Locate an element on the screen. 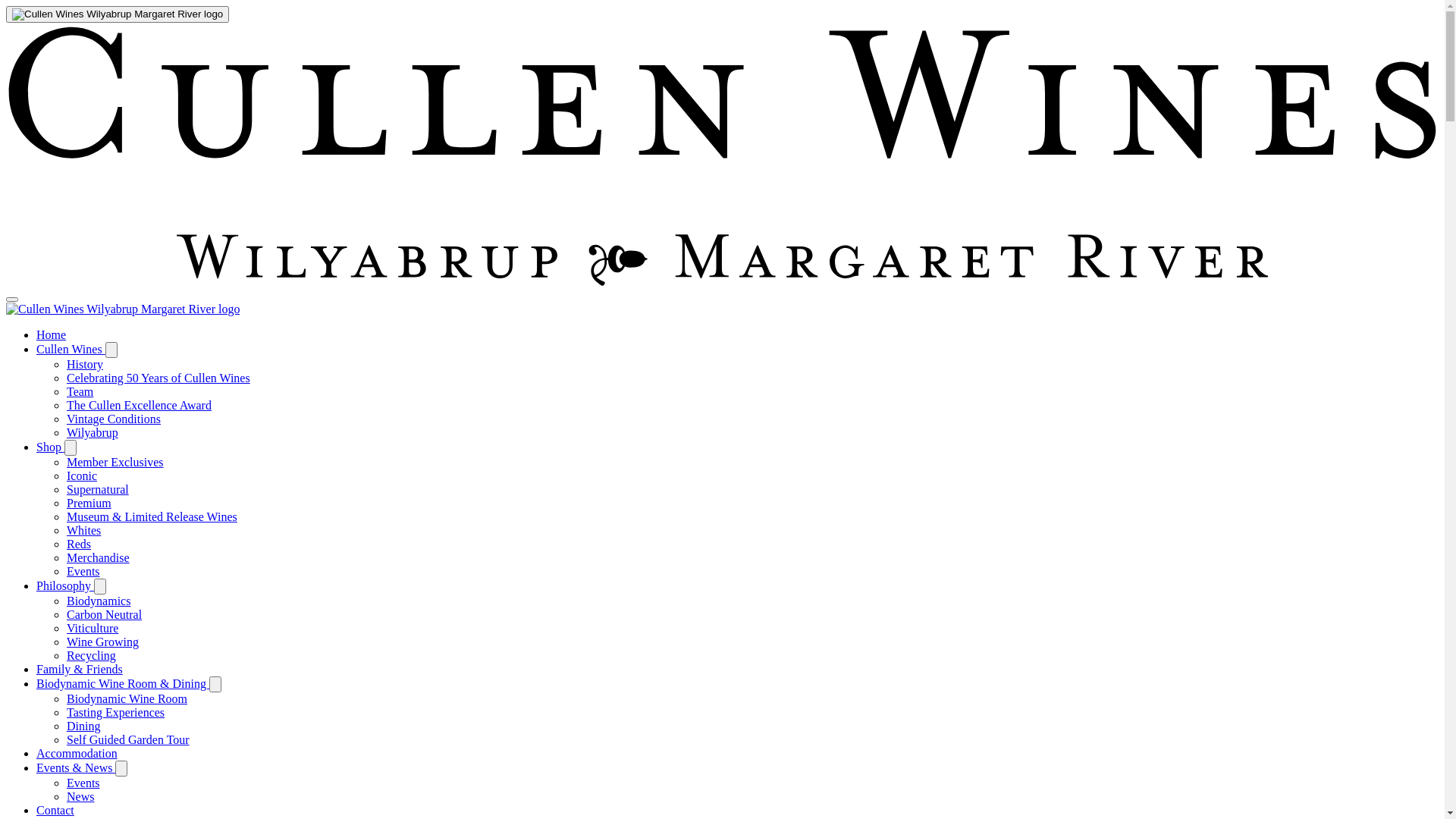 The image size is (1456, 819). 'Events & News' is located at coordinates (75, 767).